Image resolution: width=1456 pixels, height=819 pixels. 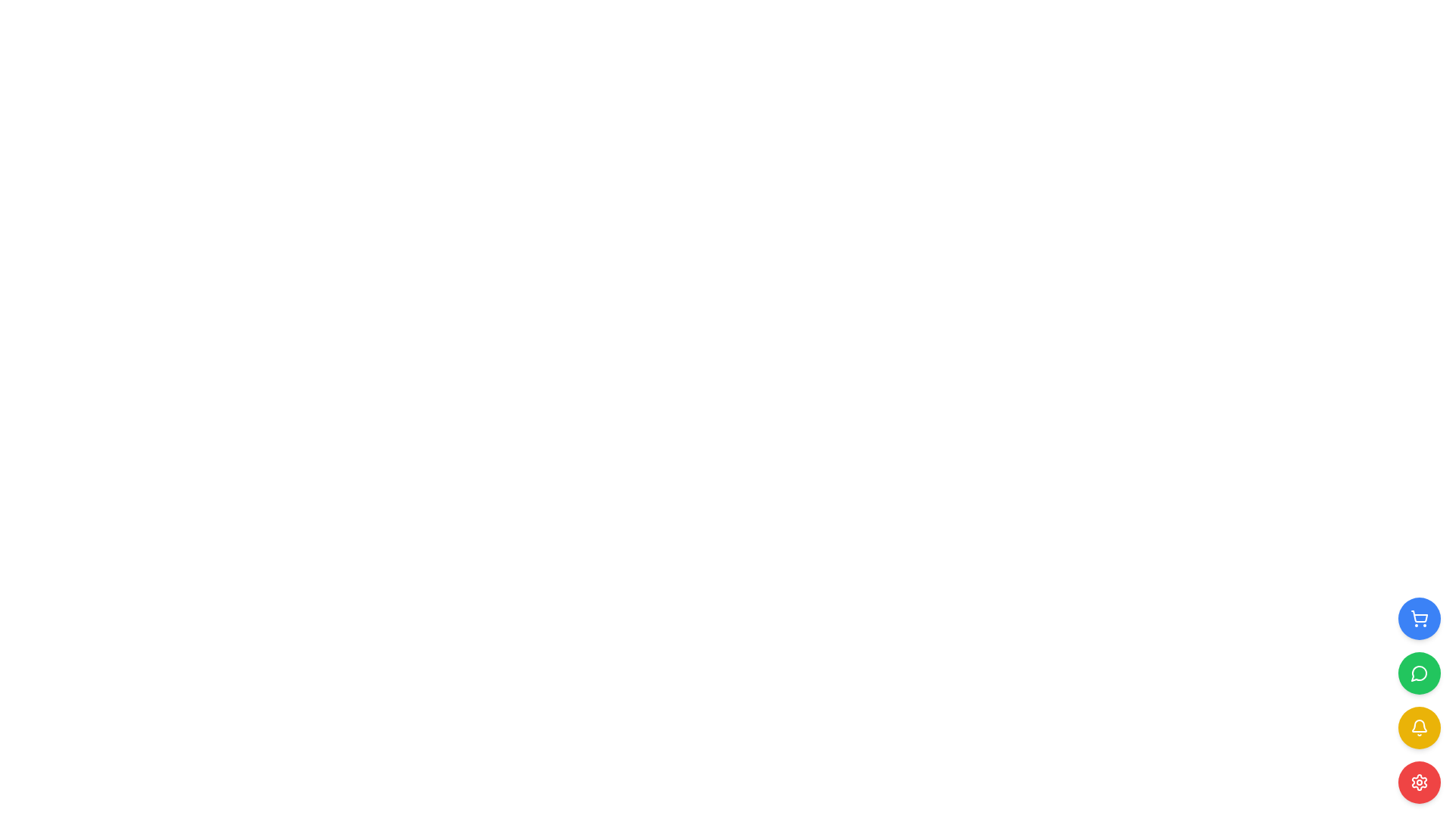 What do you see at coordinates (1419, 619) in the screenshot?
I see `the shopping cart icon located at the top of the button group on the far right side of the interface` at bounding box center [1419, 619].